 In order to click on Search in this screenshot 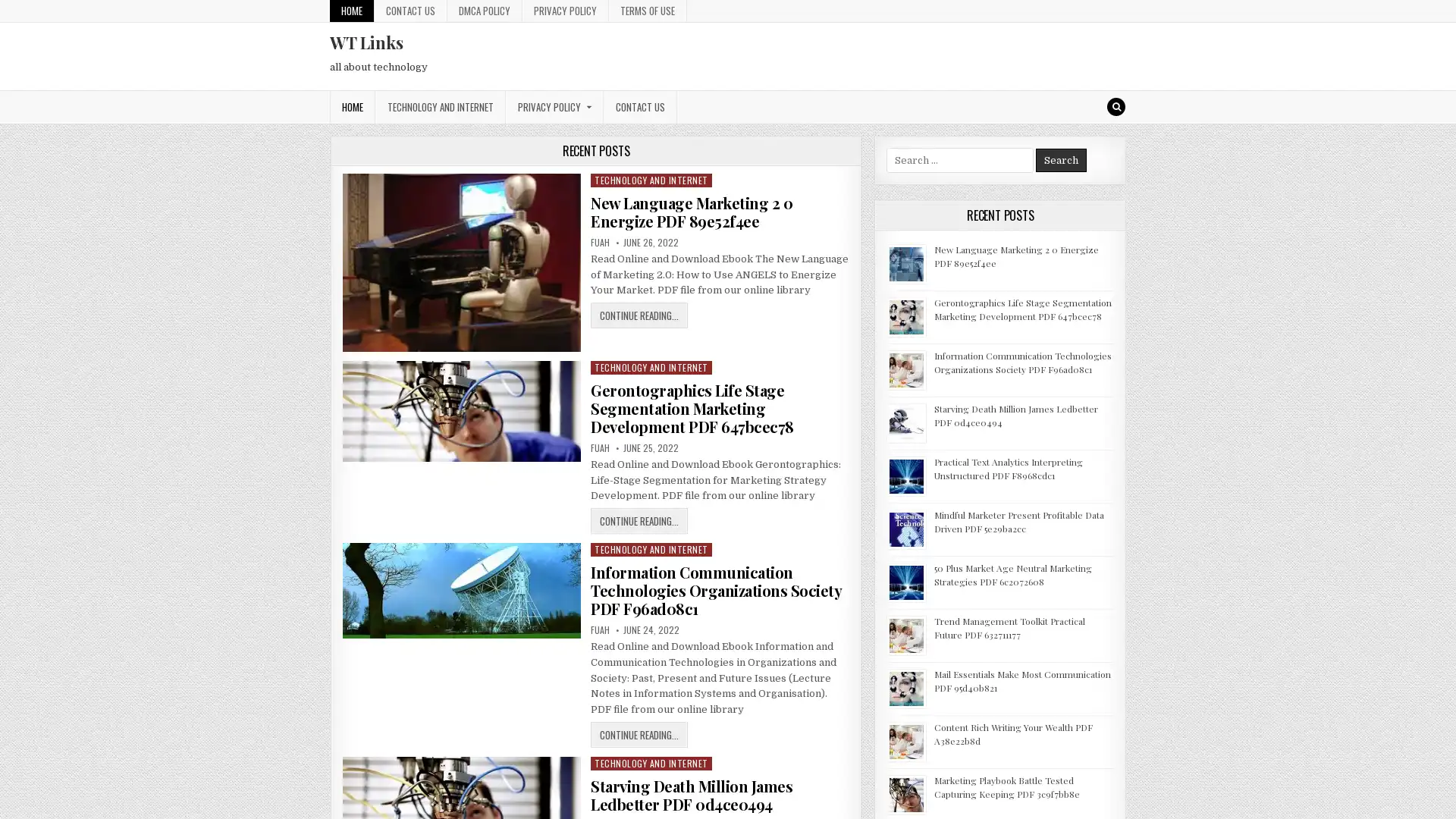, I will do `click(1060, 160)`.